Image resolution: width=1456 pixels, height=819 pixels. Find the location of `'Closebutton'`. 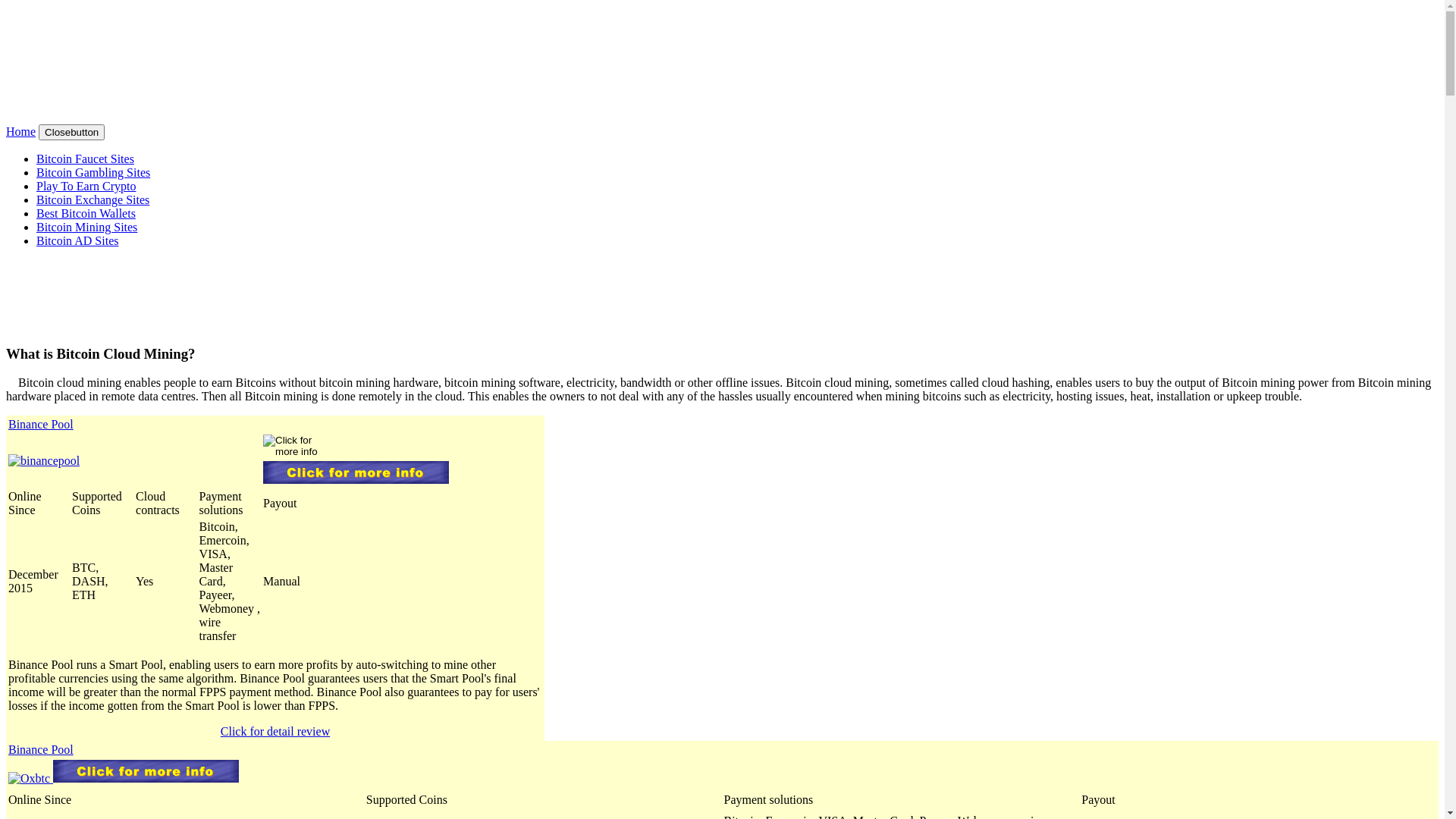

'Closebutton' is located at coordinates (71, 131).